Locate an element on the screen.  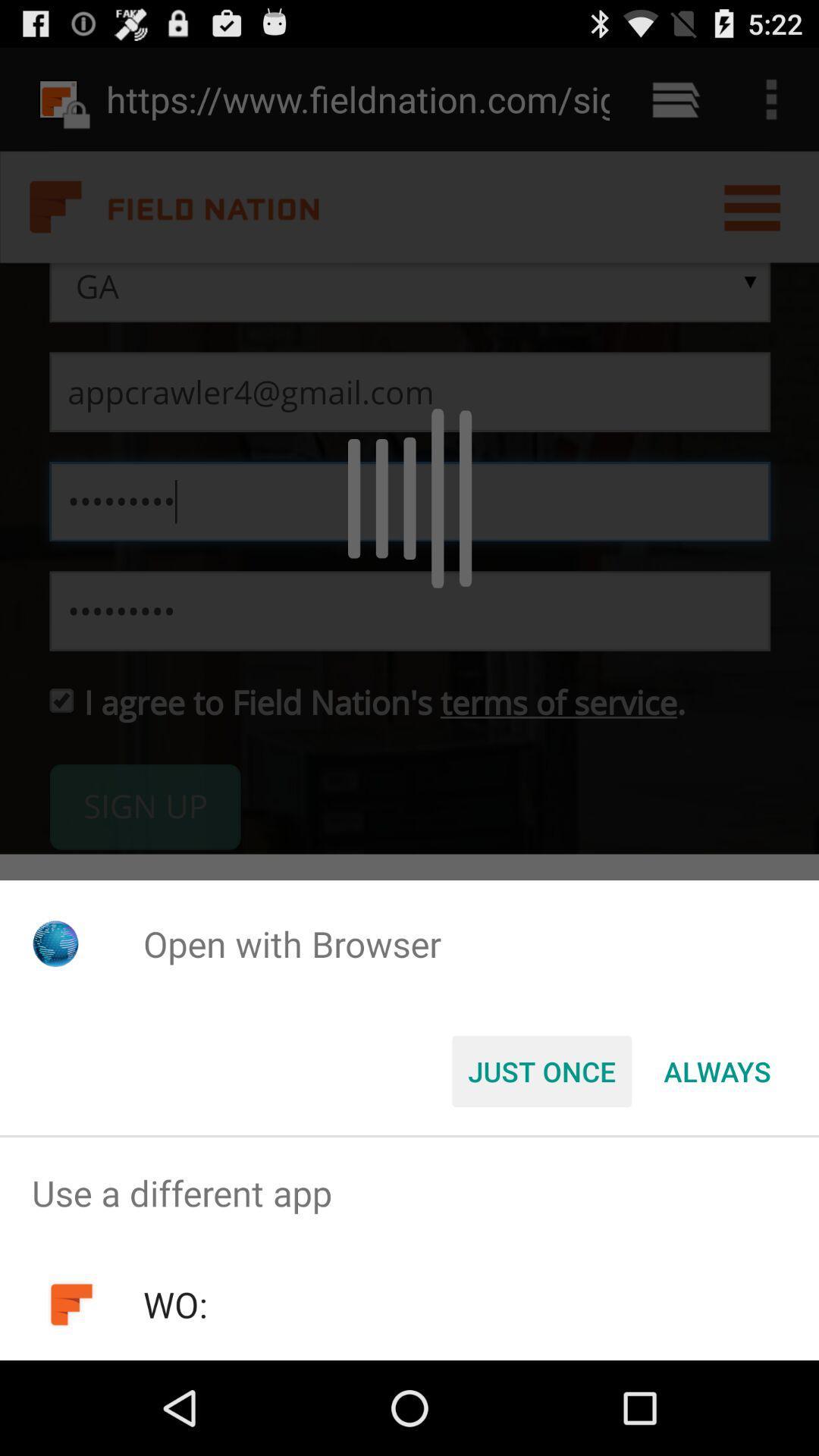
the just once button is located at coordinates (541, 1070).